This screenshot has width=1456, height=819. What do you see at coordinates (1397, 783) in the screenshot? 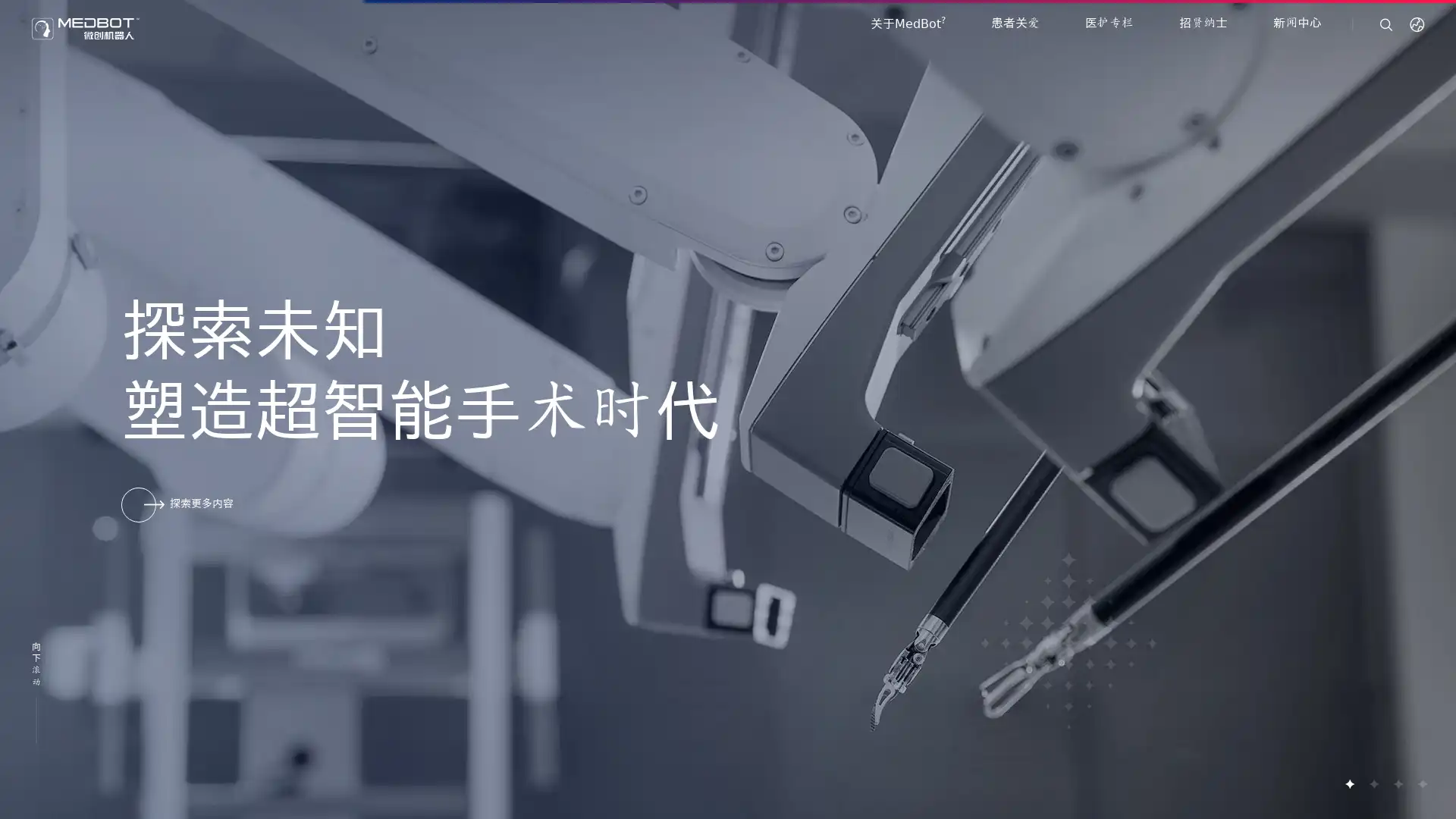
I see `Go to slide 3` at bounding box center [1397, 783].